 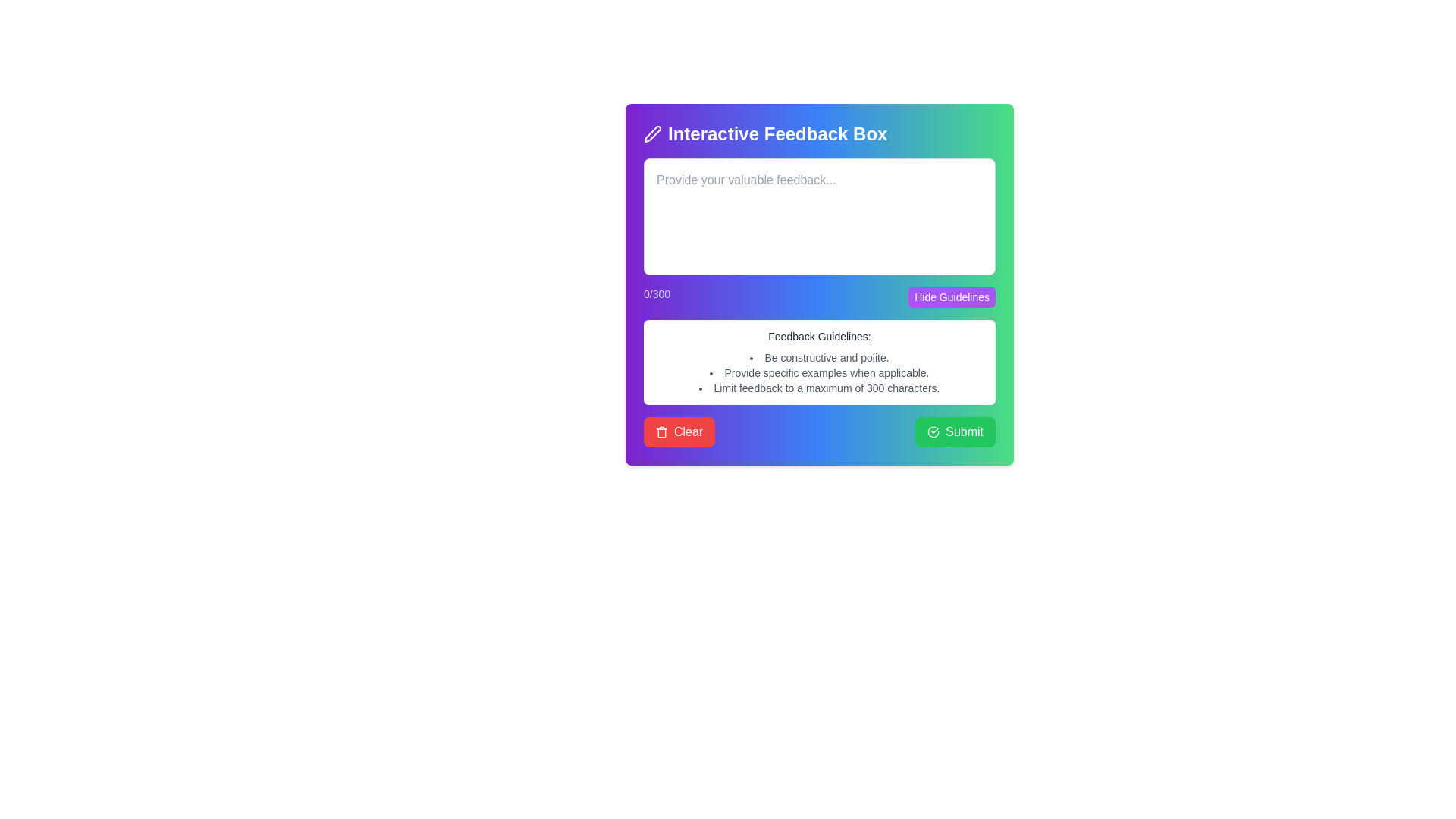 I want to click on the circular checkmark icon that reinforces the 'Submit' action, located to the left of the text 'Submit' in the button group at the bottom-right of the feedback box, so click(x=933, y=432).